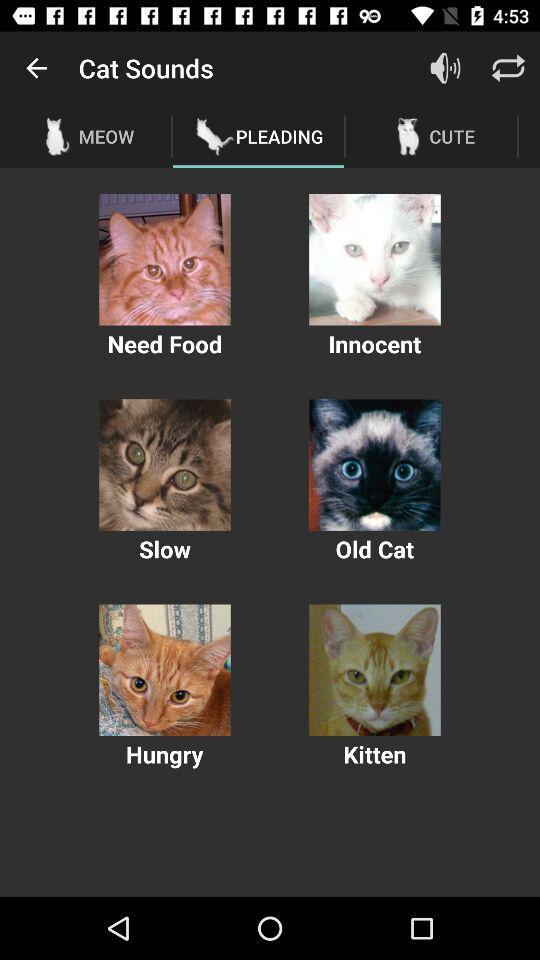  Describe the element at coordinates (36, 68) in the screenshot. I see `item to the left of the cat sounds item` at that location.